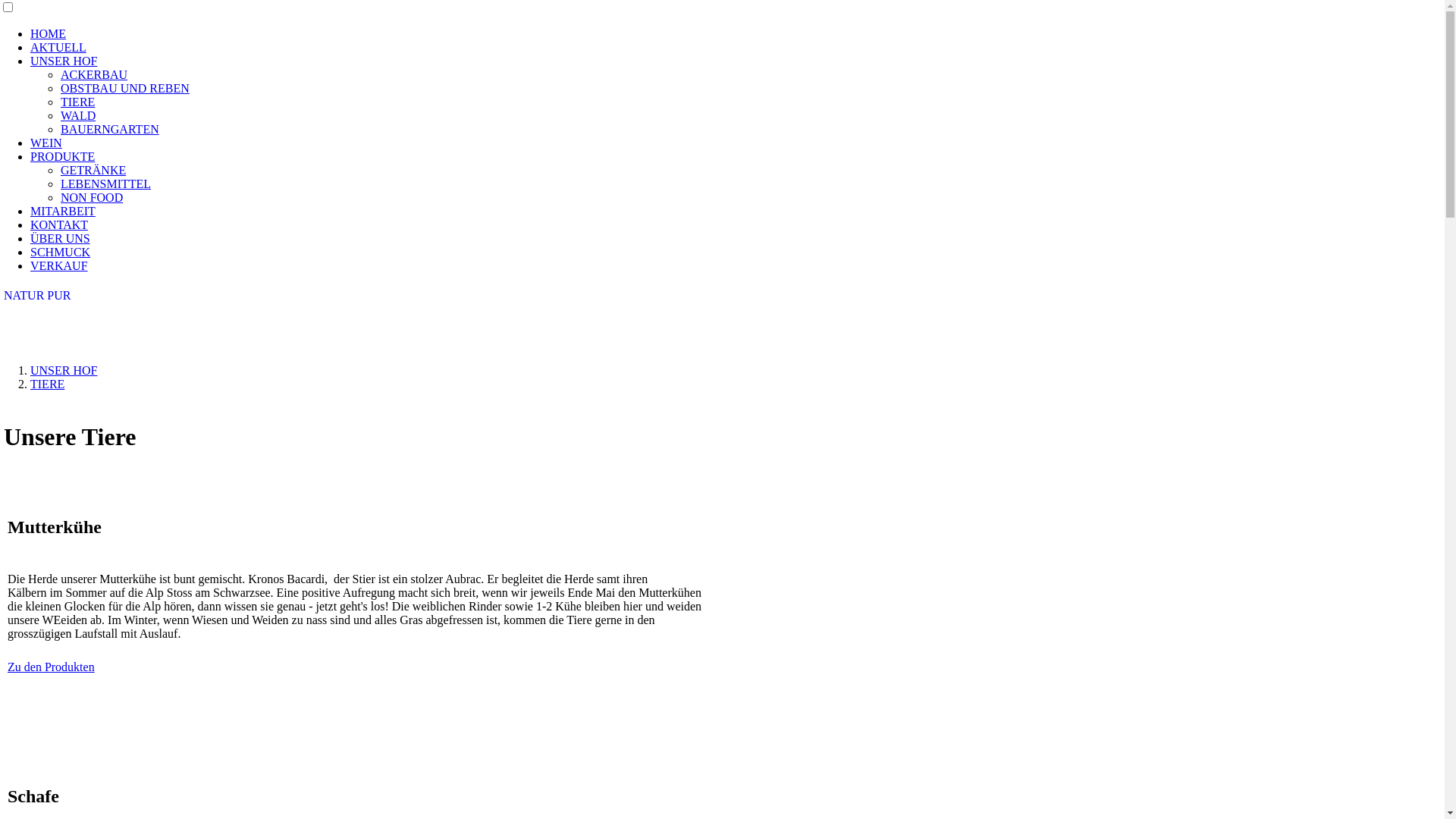  I want to click on 'WALD', so click(77, 115).